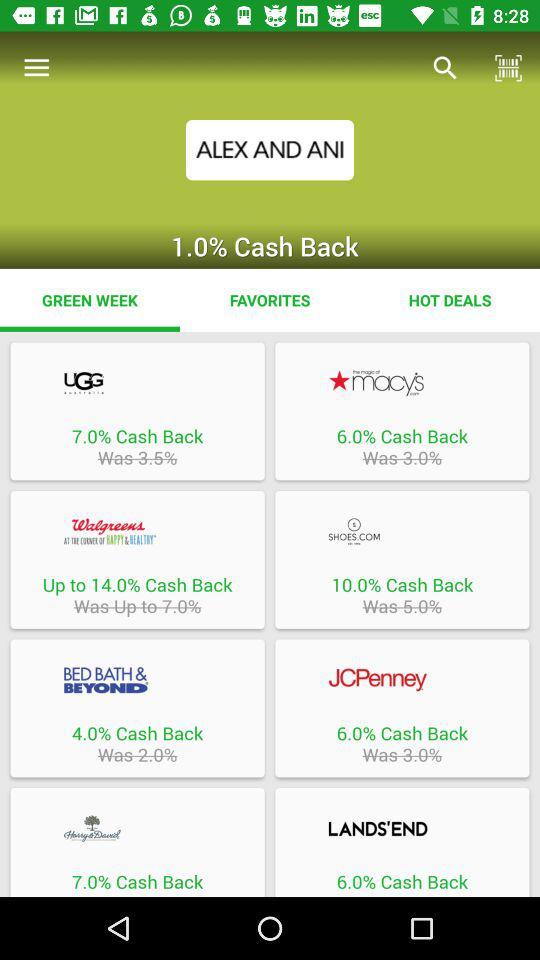  Describe the element at coordinates (270, 299) in the screenshot. I see `item next to green week` at that location.